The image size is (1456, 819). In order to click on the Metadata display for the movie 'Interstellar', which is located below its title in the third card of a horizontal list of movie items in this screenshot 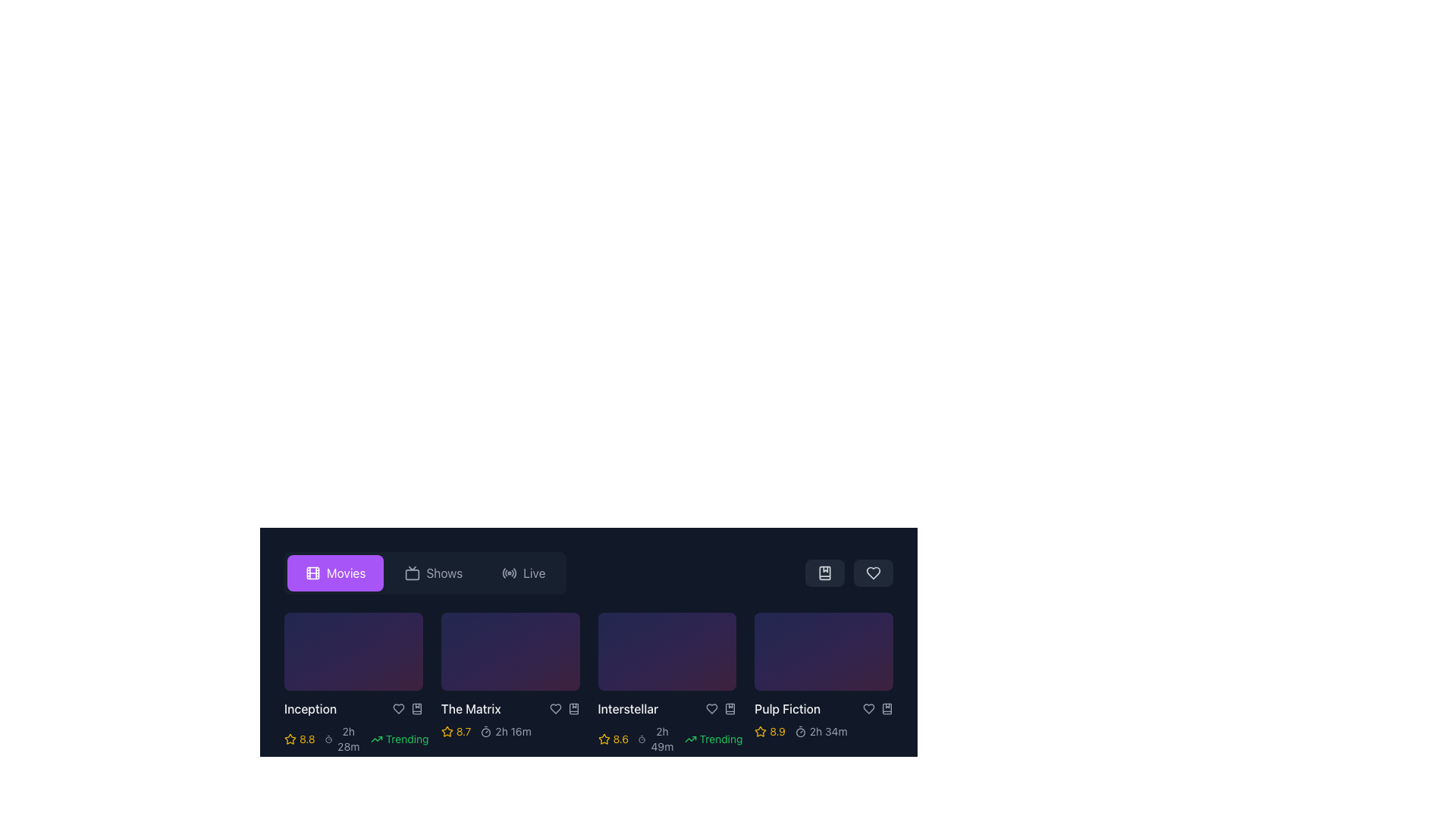, I will do `click(667, 726)`.